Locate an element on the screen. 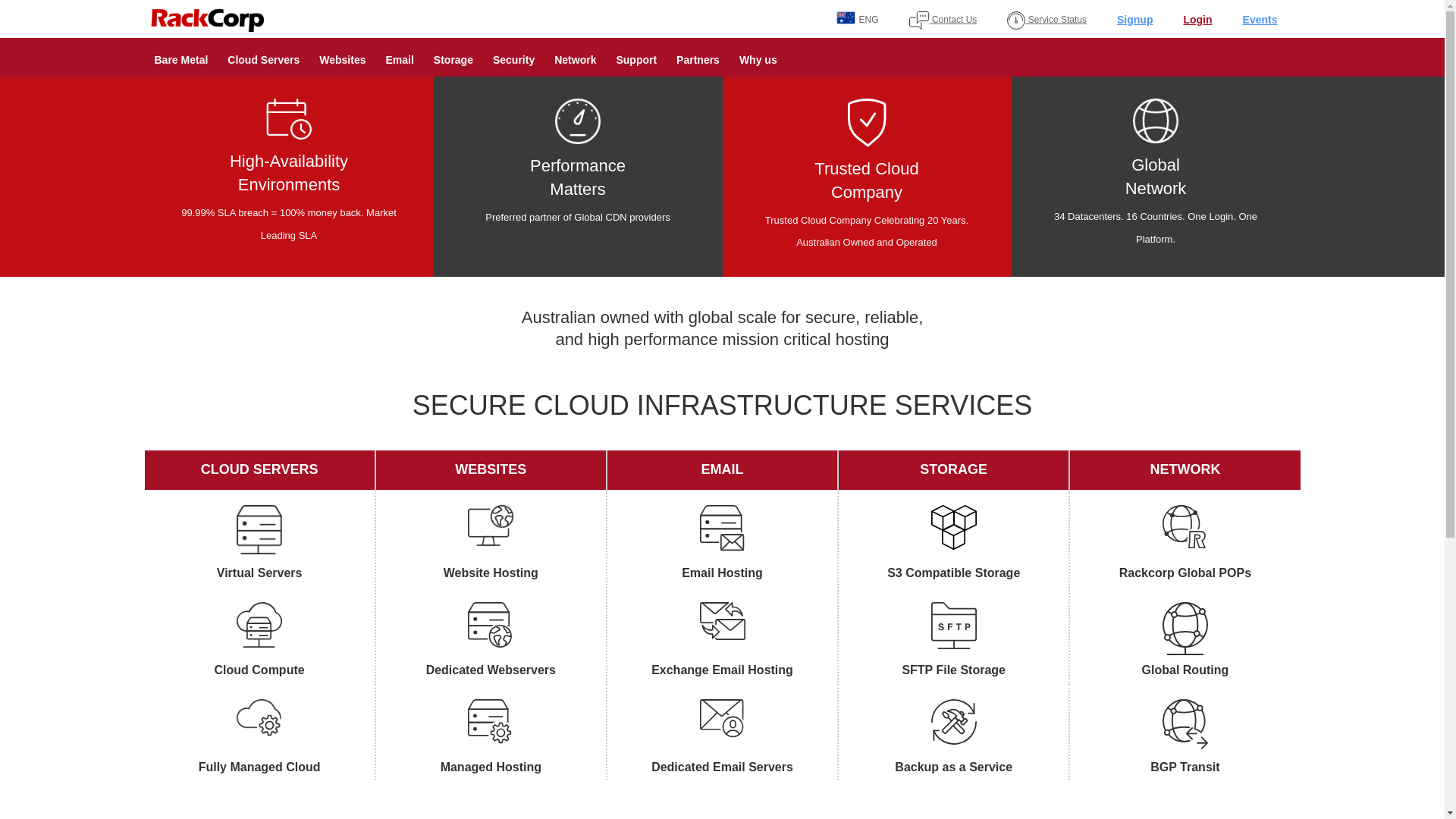 The image size is (1456, 819). 'BGP Transit' is located at coordinates (1184, 736).